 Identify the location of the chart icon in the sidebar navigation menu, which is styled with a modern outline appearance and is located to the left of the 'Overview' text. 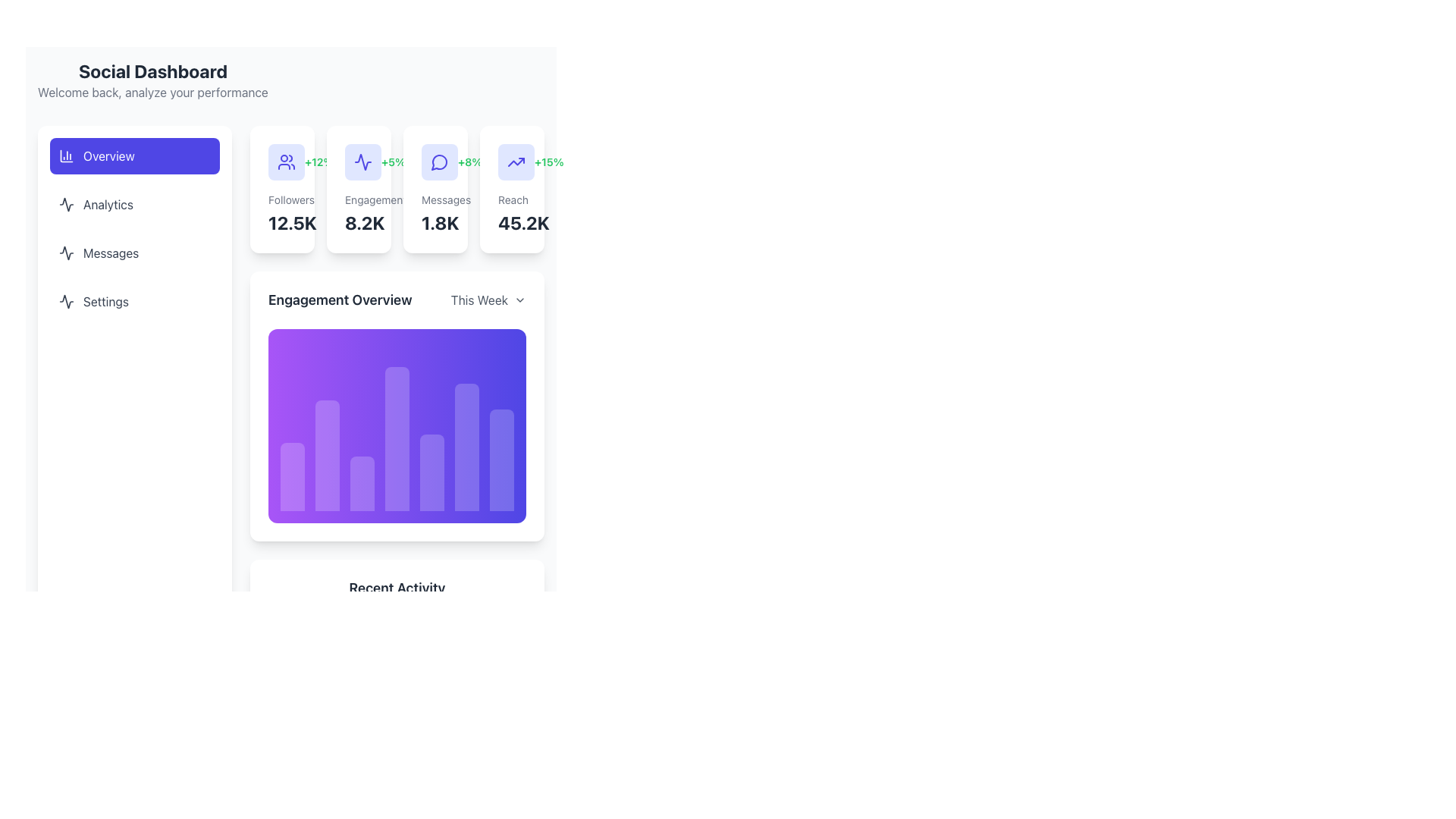
(65, 155).